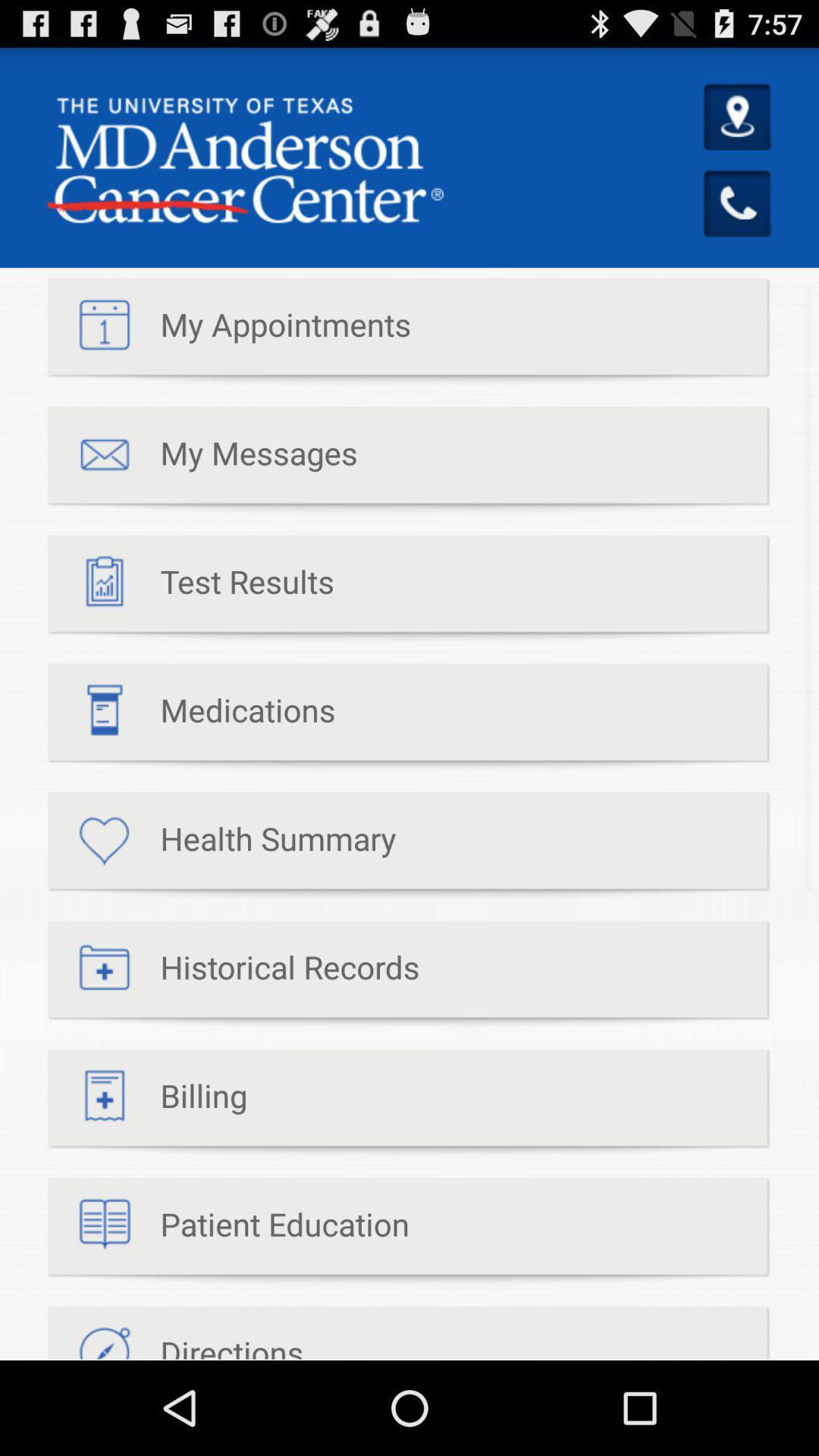 This screenshot has width=819, height=1456. I want to click on health summary, so click(221, 846).